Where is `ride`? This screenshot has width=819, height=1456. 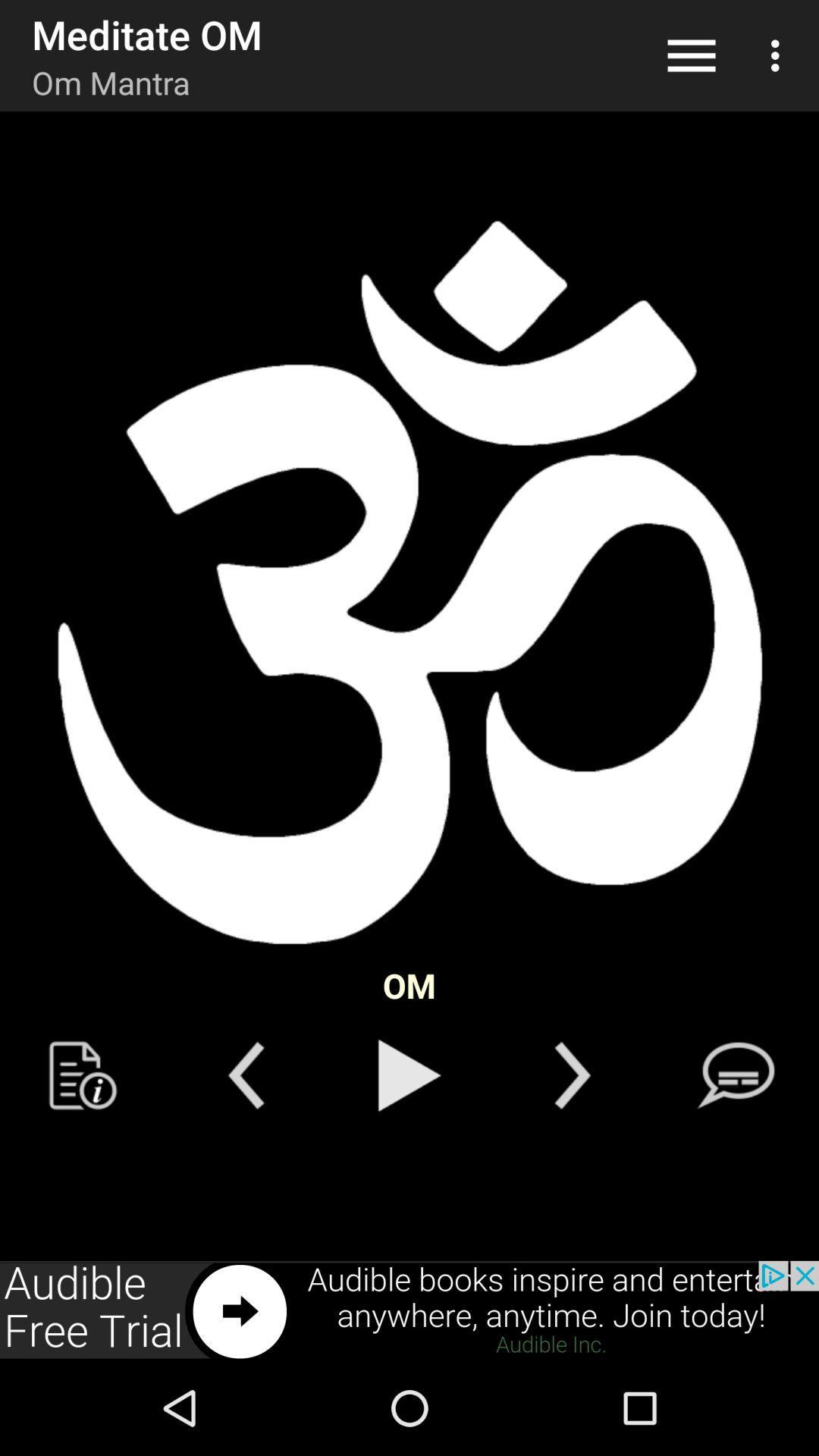 ride is located at coordinates (245, 1075).